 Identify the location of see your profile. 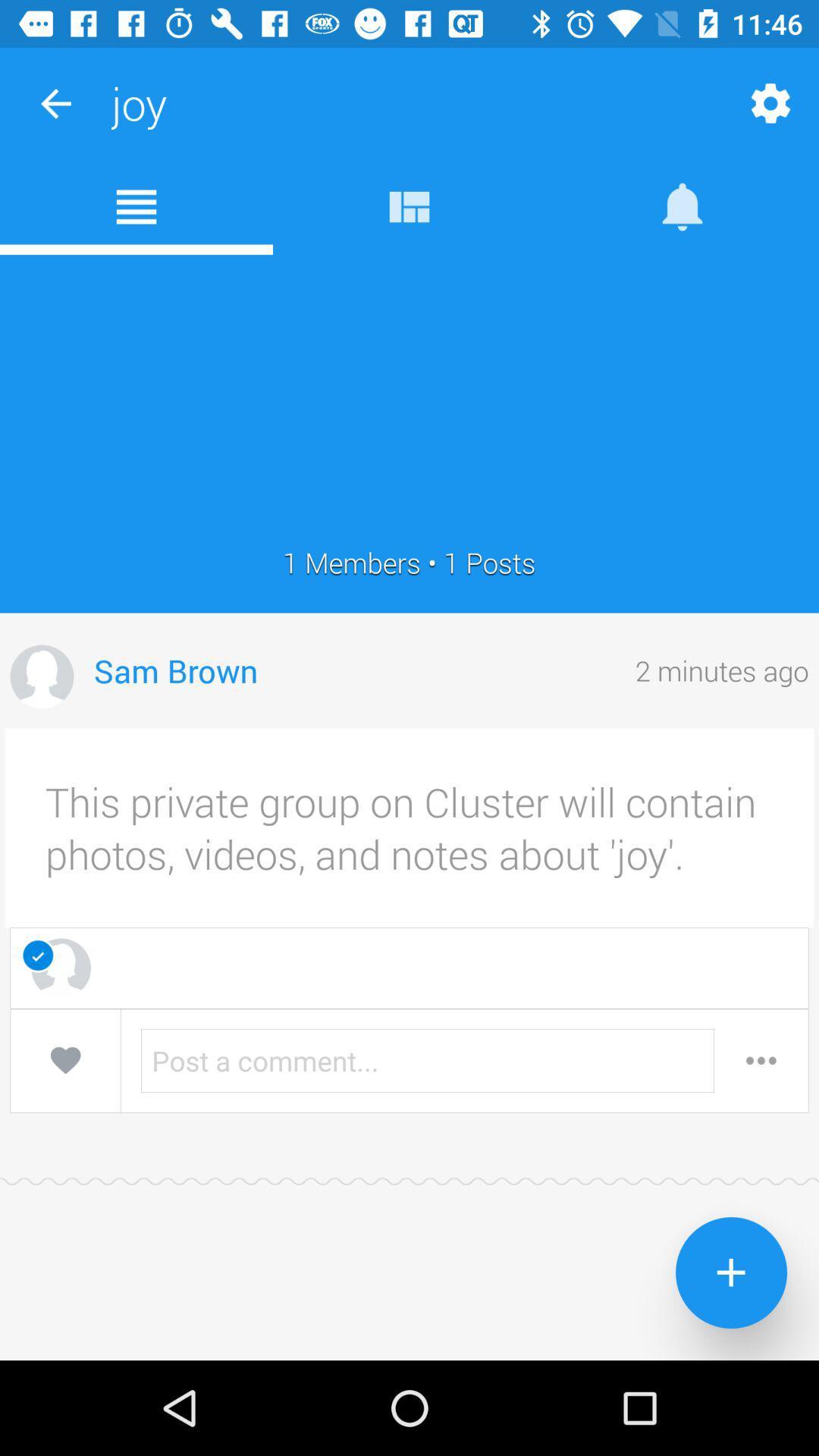
(41, 676).